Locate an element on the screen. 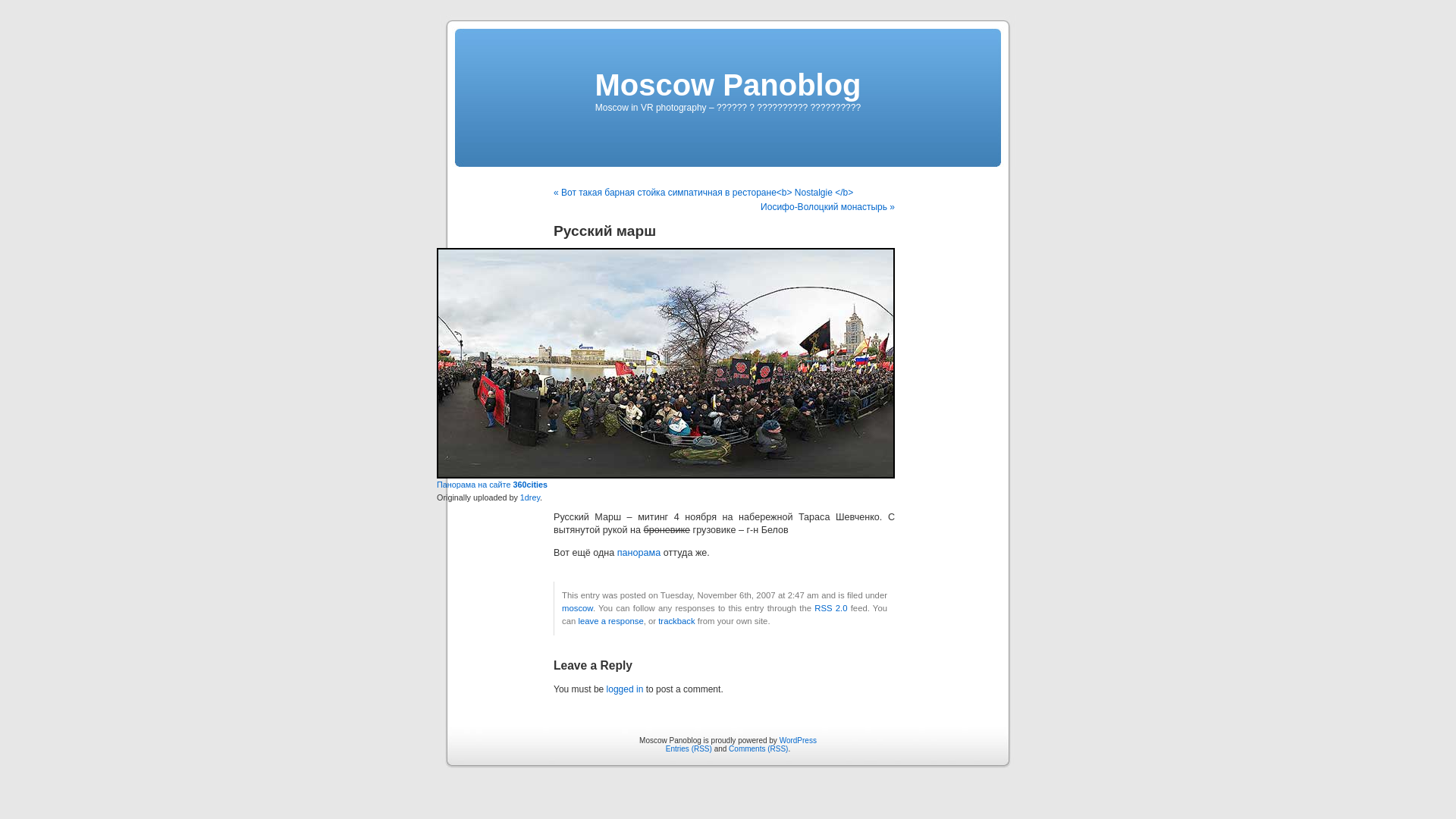 This screenshot has height=819, width=1456. '1drey' is located at coordinates (520, 497).